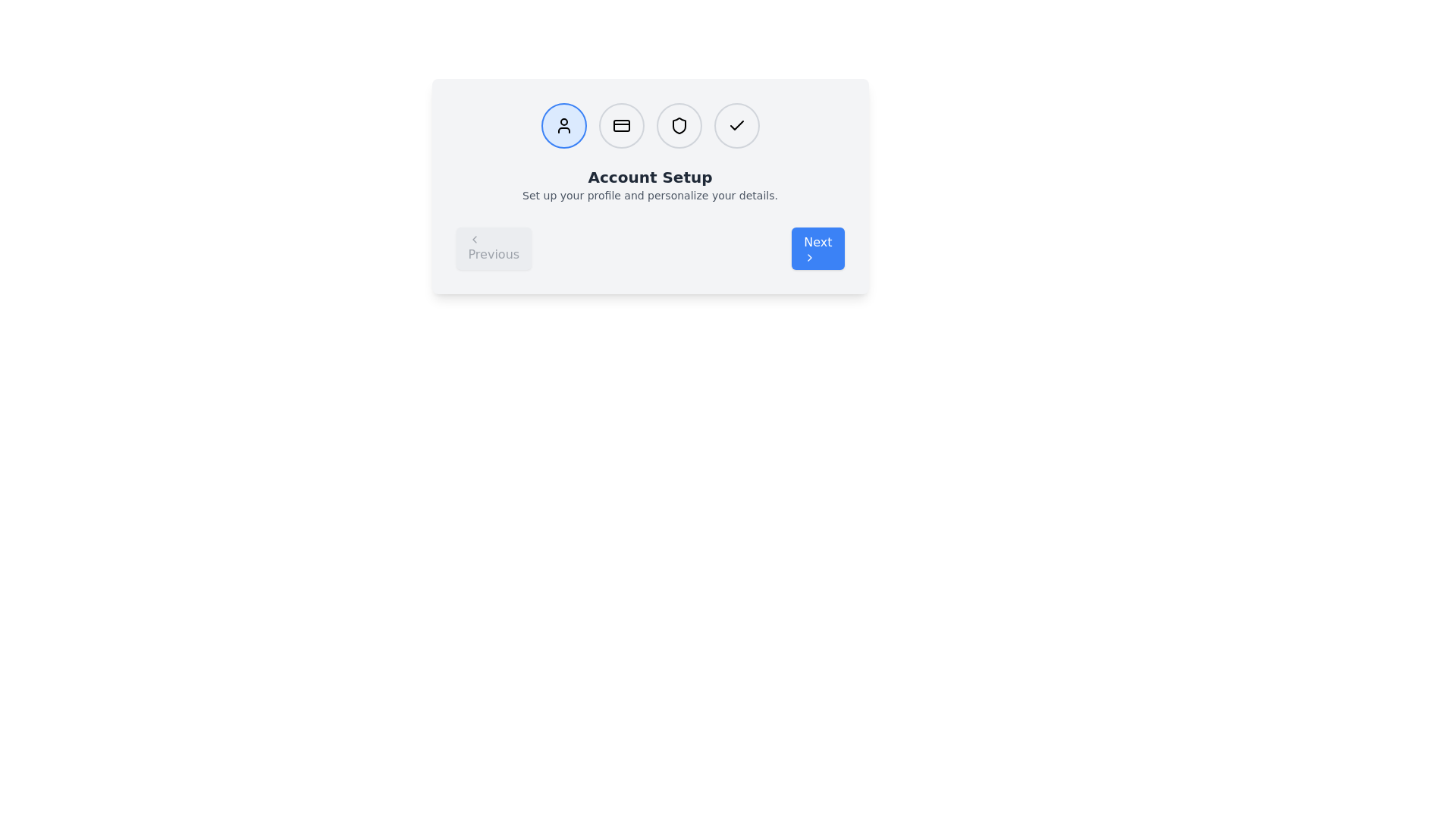 The height and width of the screenshot is (819, 1456). Describe the element at coordinates (809, 256) in the screenshot. I see `the 'Next' button by clicking on the right-facing chevron icon that is centered within it` at that location.